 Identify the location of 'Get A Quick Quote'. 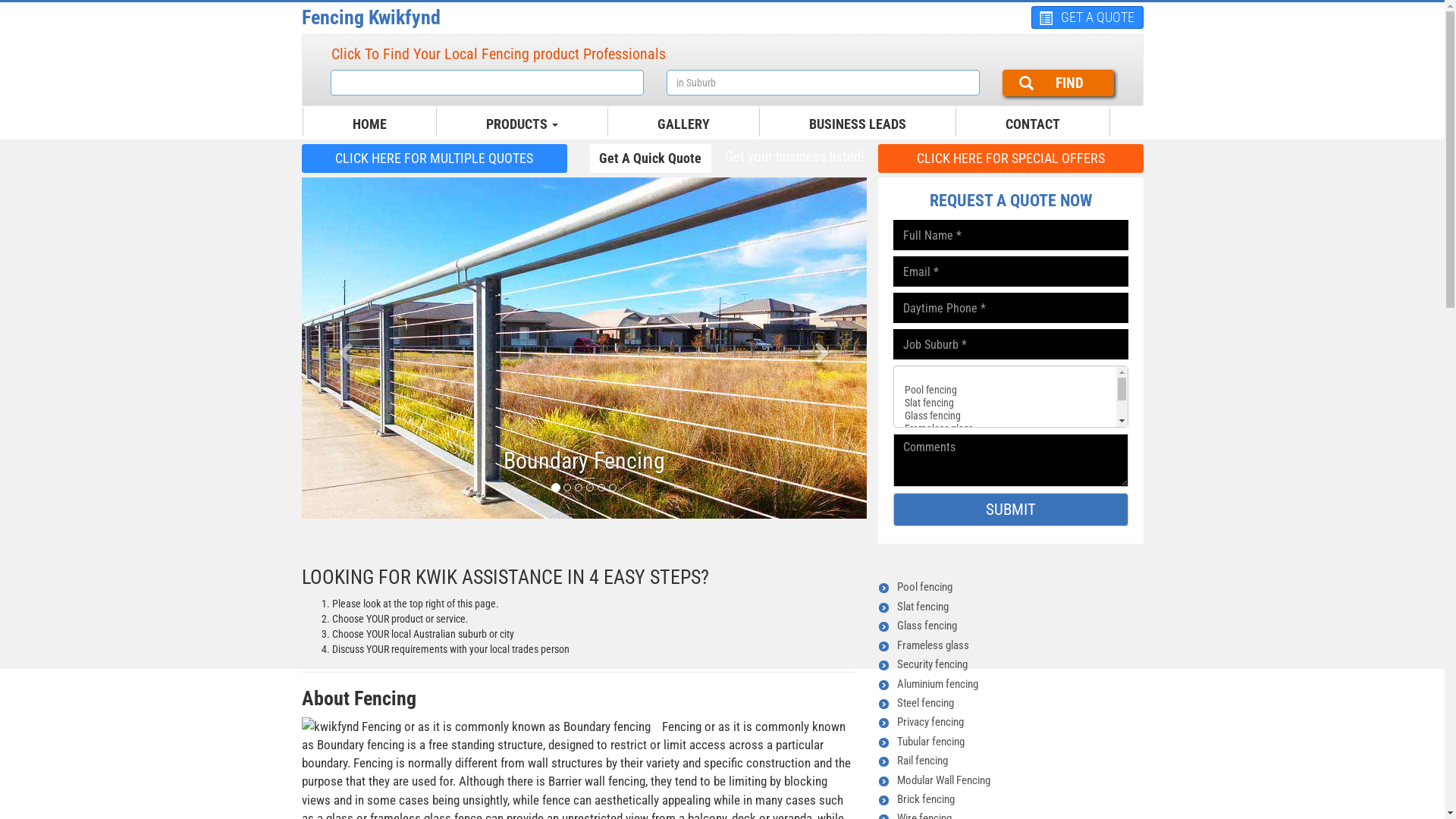
(651, 158).